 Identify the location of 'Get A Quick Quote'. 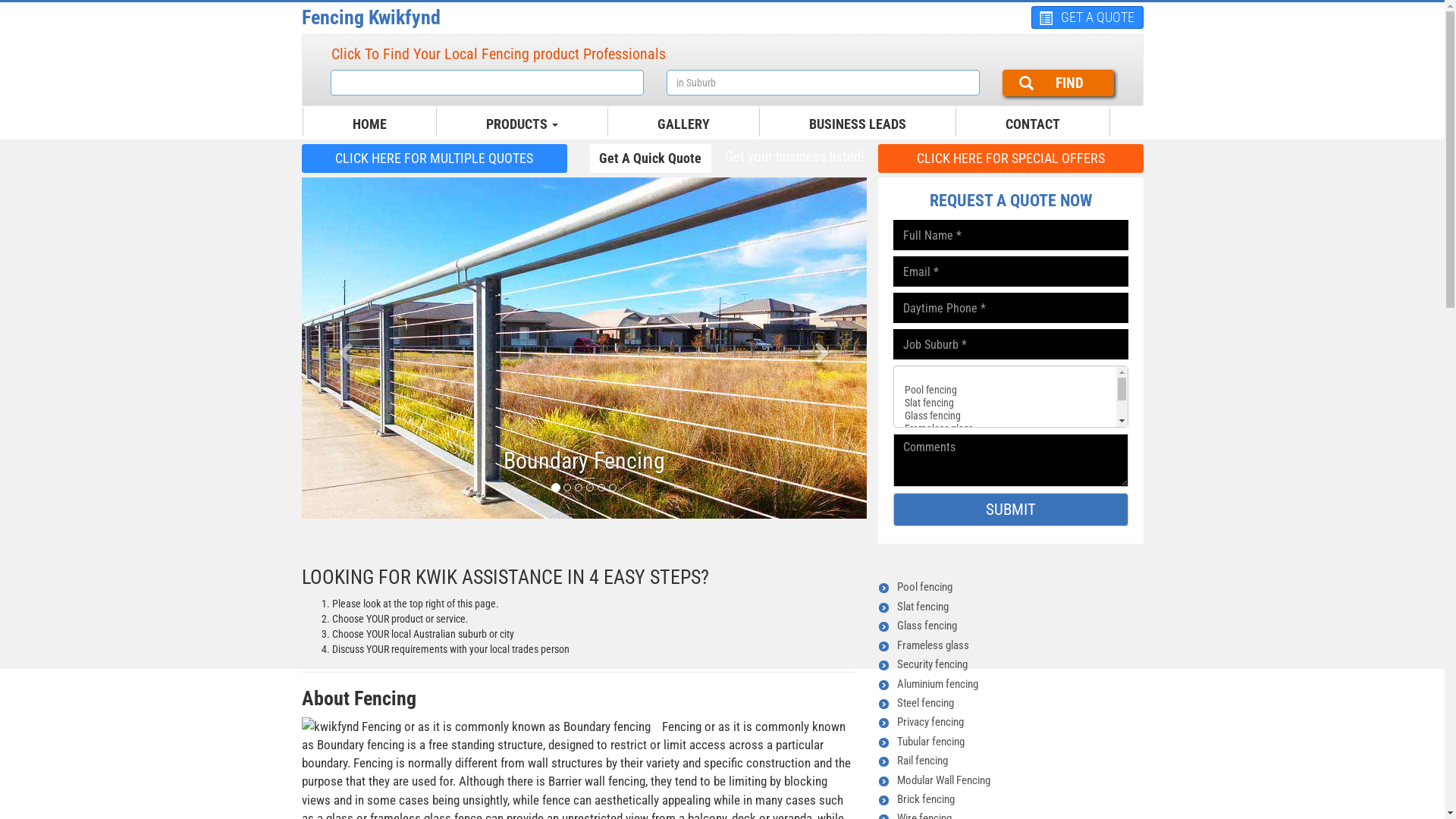
(651, 158).